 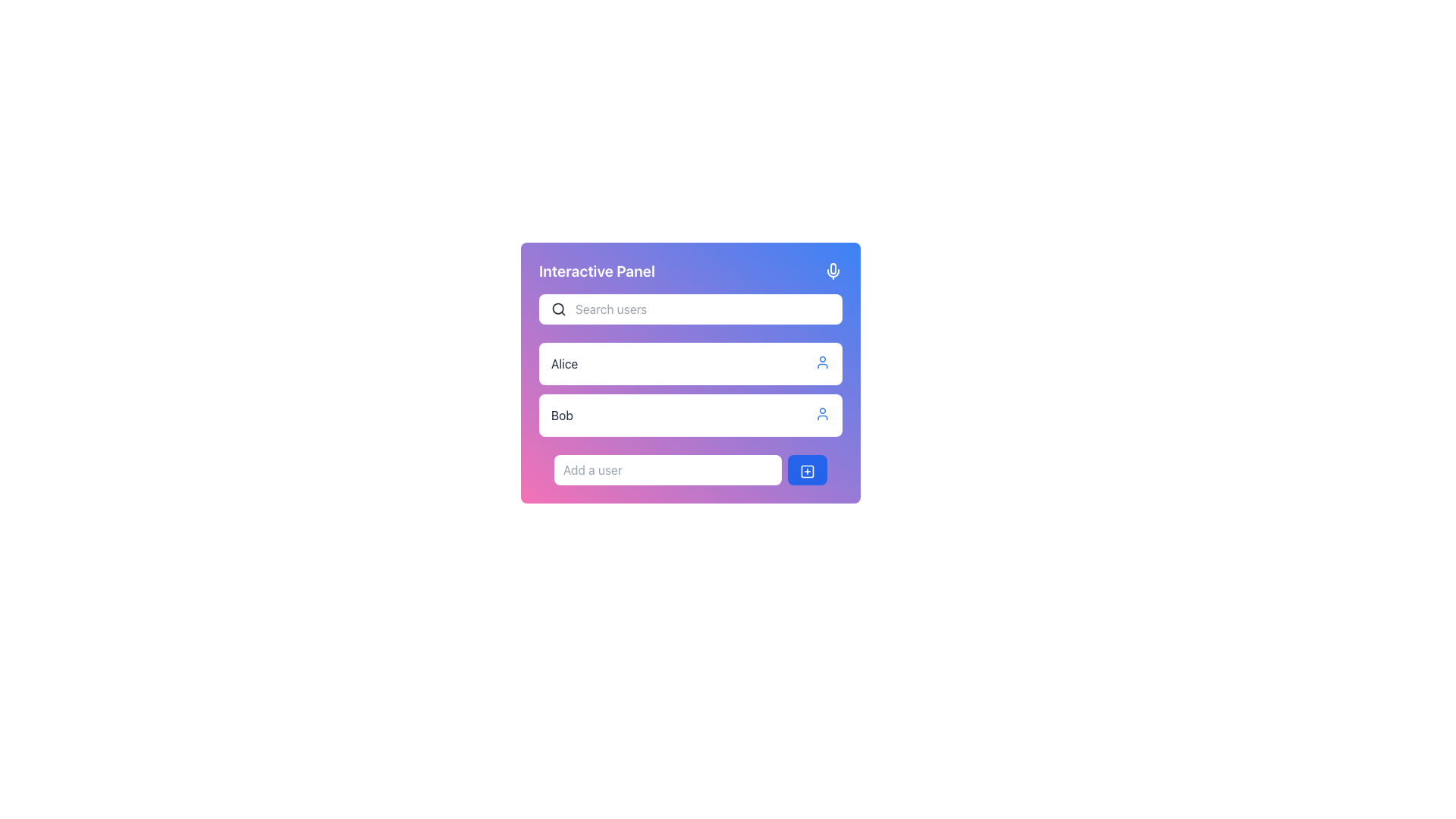 I want to click on the small blue square icon with a plus sign located within the button to the right of the 'Add a user' input field in the Interactive Panel, so click(x=807, y=470).